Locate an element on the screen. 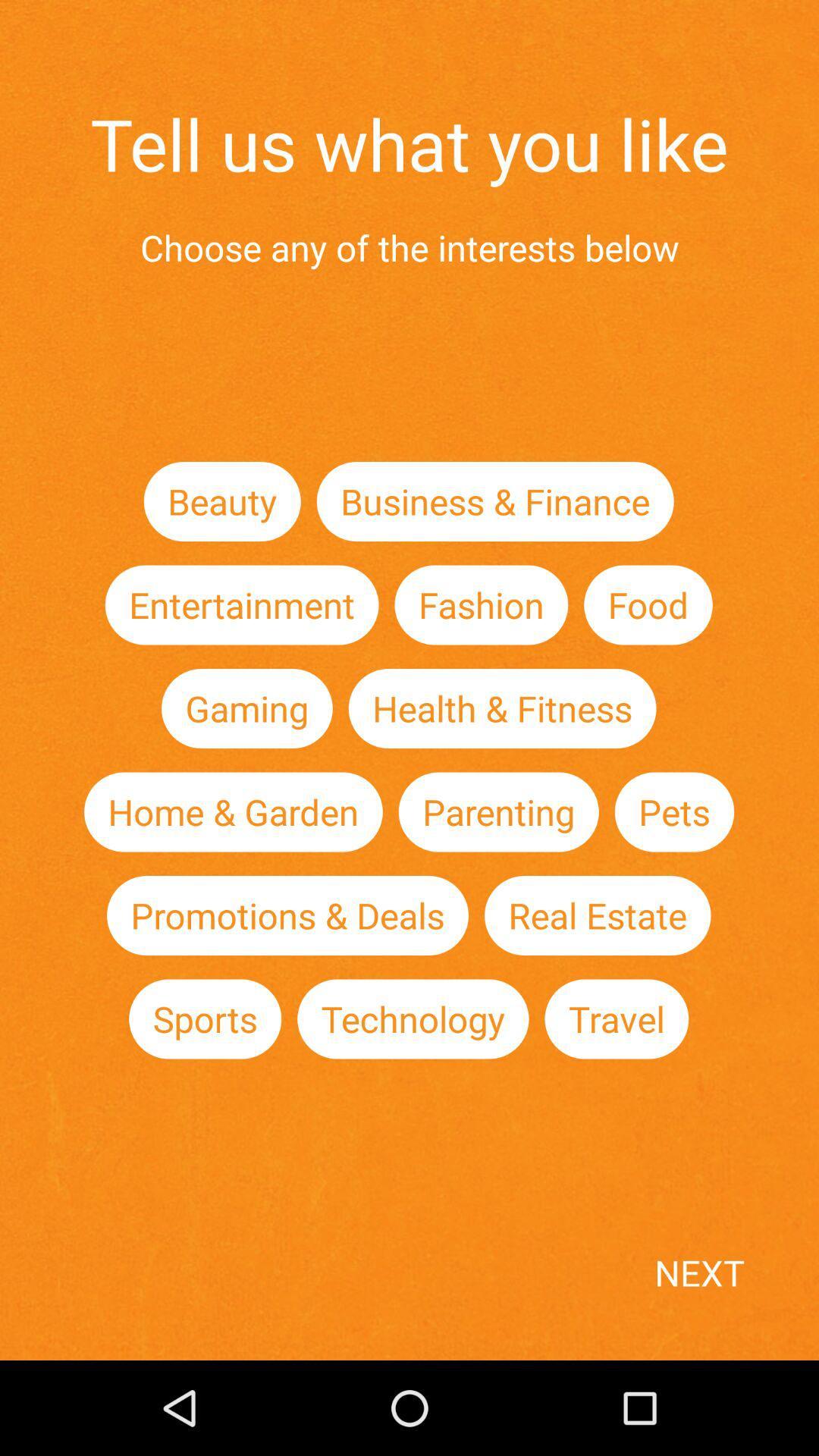 The height and width of the screenshot is (1456, 819). the icon next to fashion icon is located at coordinates (241, 604).